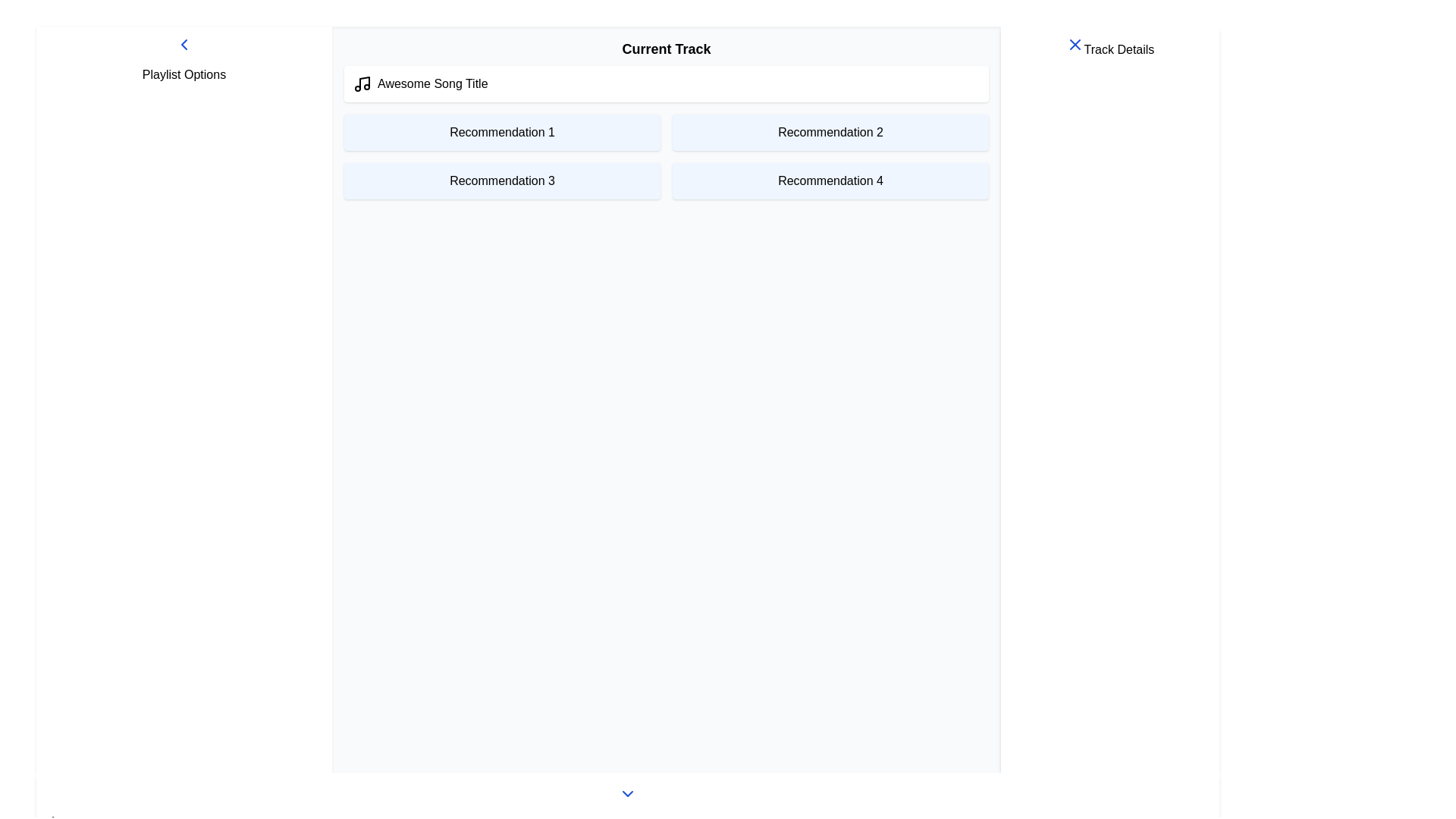 The width and height of the screenshot is (1456, 819). What do you see at coordinates (628, 792) in the screenshot?
I see `the blue downward-pointing chevron icon in the 'Play Bar'` at bounding box center [628, 792].